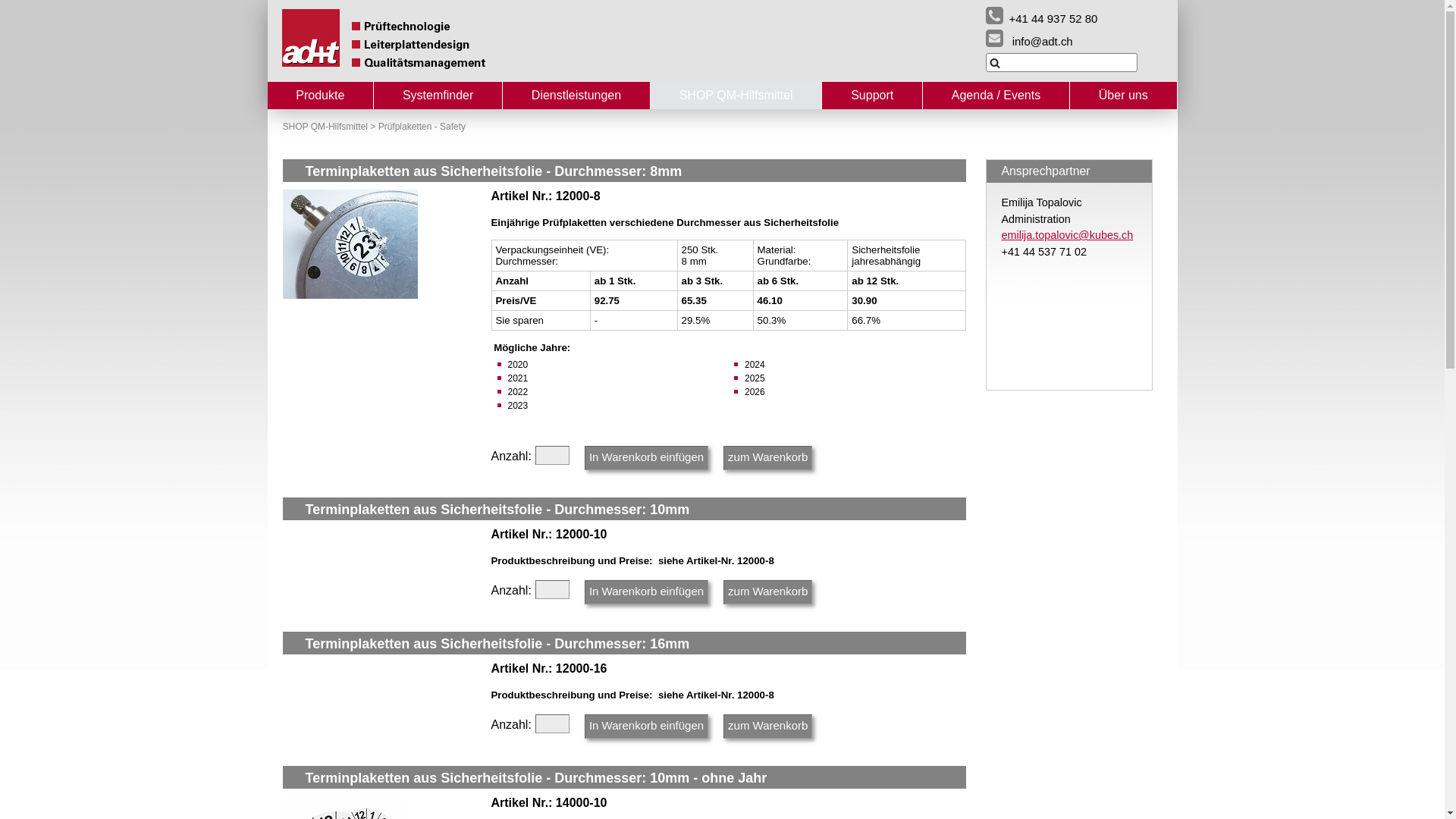 The image size is (1456, 819). Describe the element at coordinates (767, 457) in the screenshot. I see `'zum Warenkorb'` at that location.